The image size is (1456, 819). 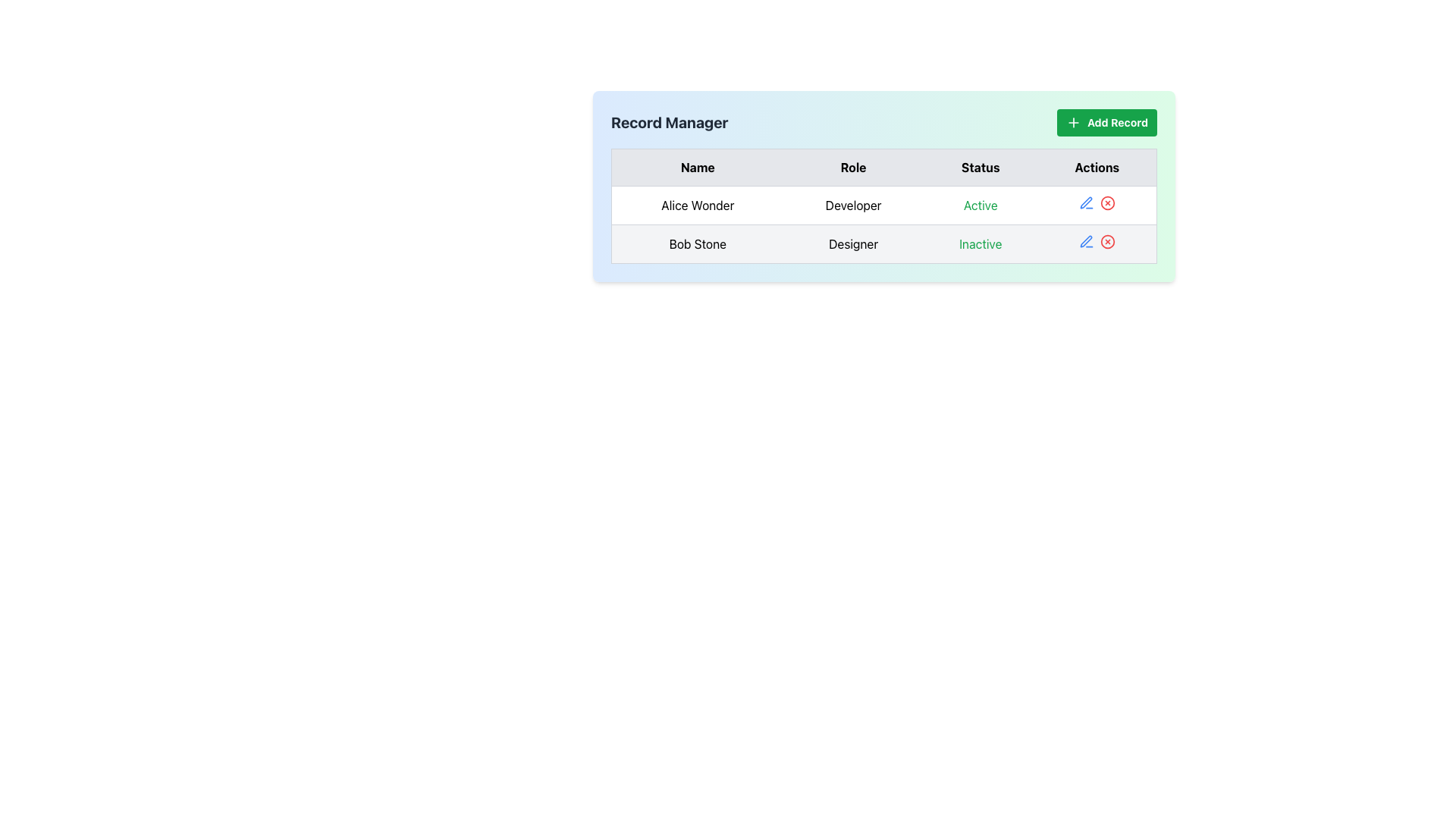 I want to click on the SVG Circle Graphic associated with the delete action button for removing the record of 'Bob Stone' from the Actions column in the second row of the table, so click(x=1107, y=241).